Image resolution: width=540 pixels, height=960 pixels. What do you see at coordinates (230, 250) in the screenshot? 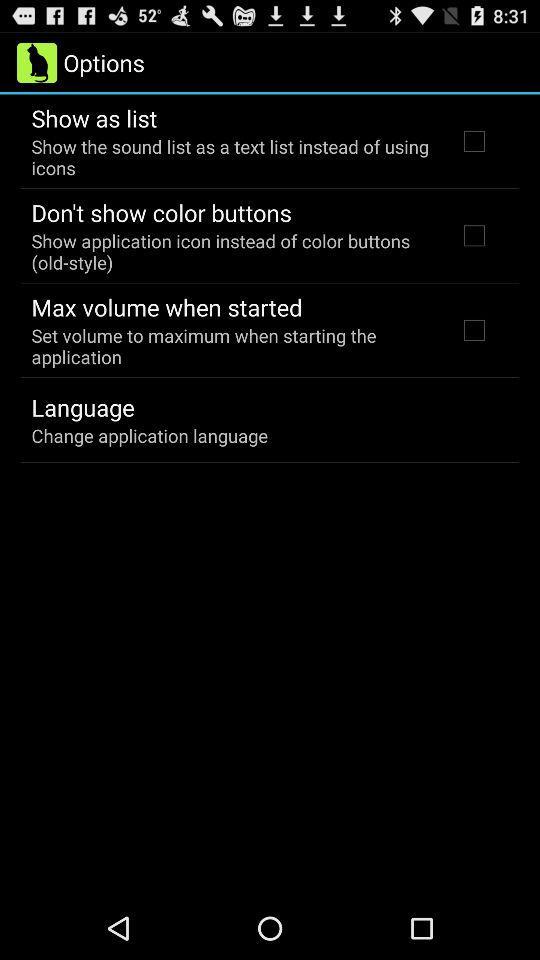
I see `show application icon` at bounding box center [230, 250].